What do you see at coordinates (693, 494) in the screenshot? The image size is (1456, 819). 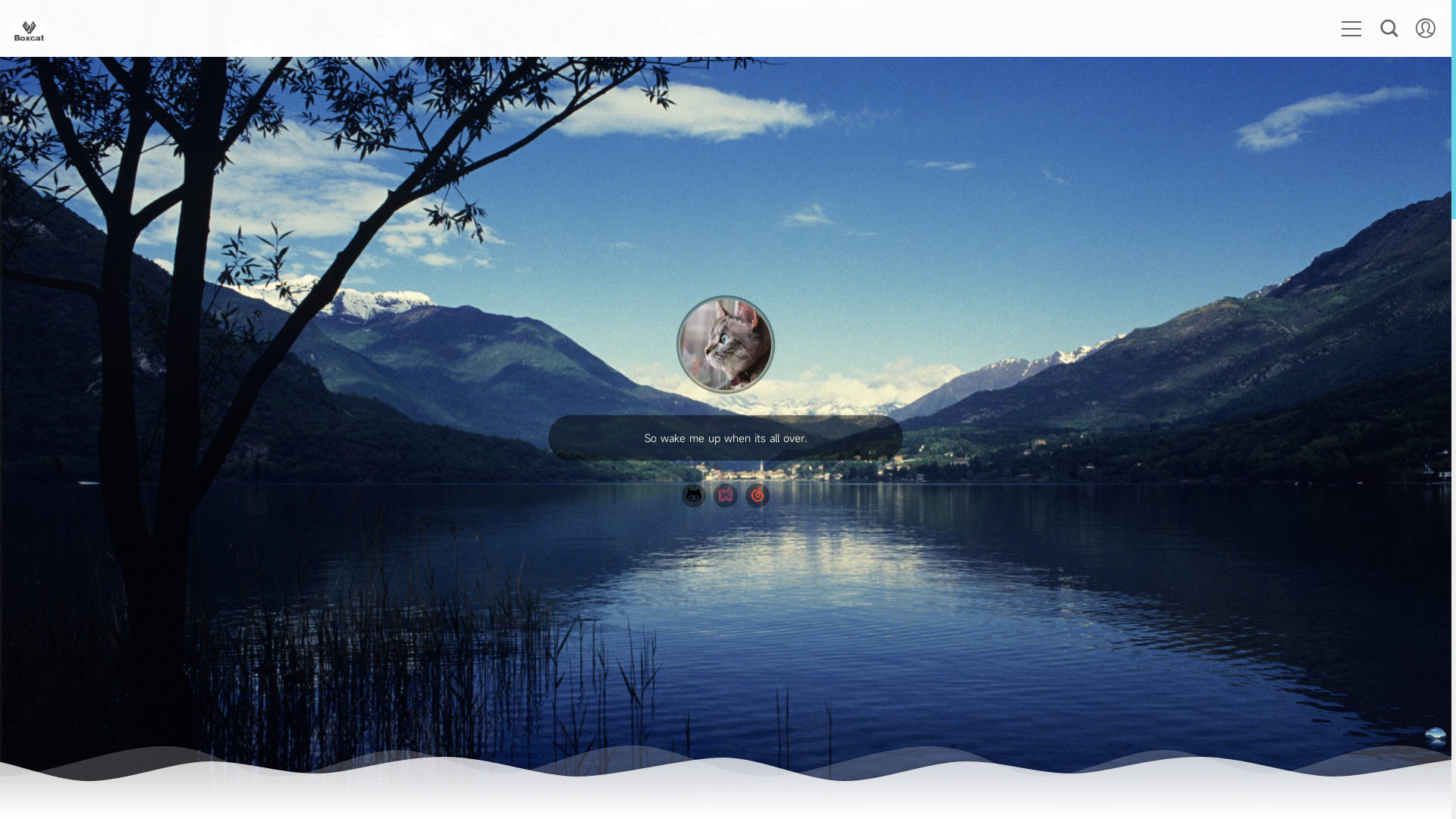 I see `'github'` at bounding box center [693, 494].